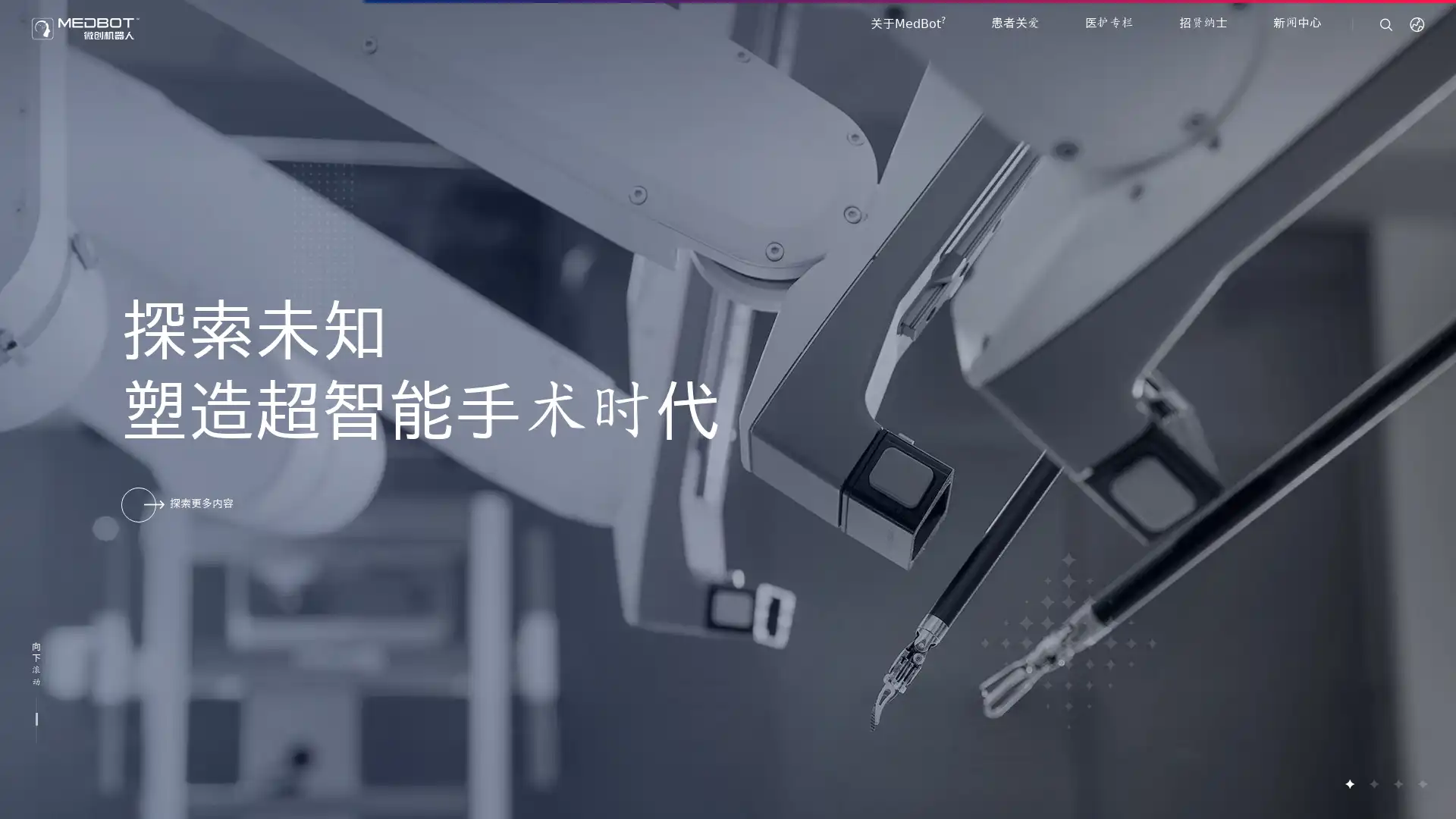 Image resolution: width=1456 pixels, height=819 pixels. What do you see at coordinates (1373, 783) in the screenshot?
I see `Go to slide 2` at bounding box center [1373, 783].